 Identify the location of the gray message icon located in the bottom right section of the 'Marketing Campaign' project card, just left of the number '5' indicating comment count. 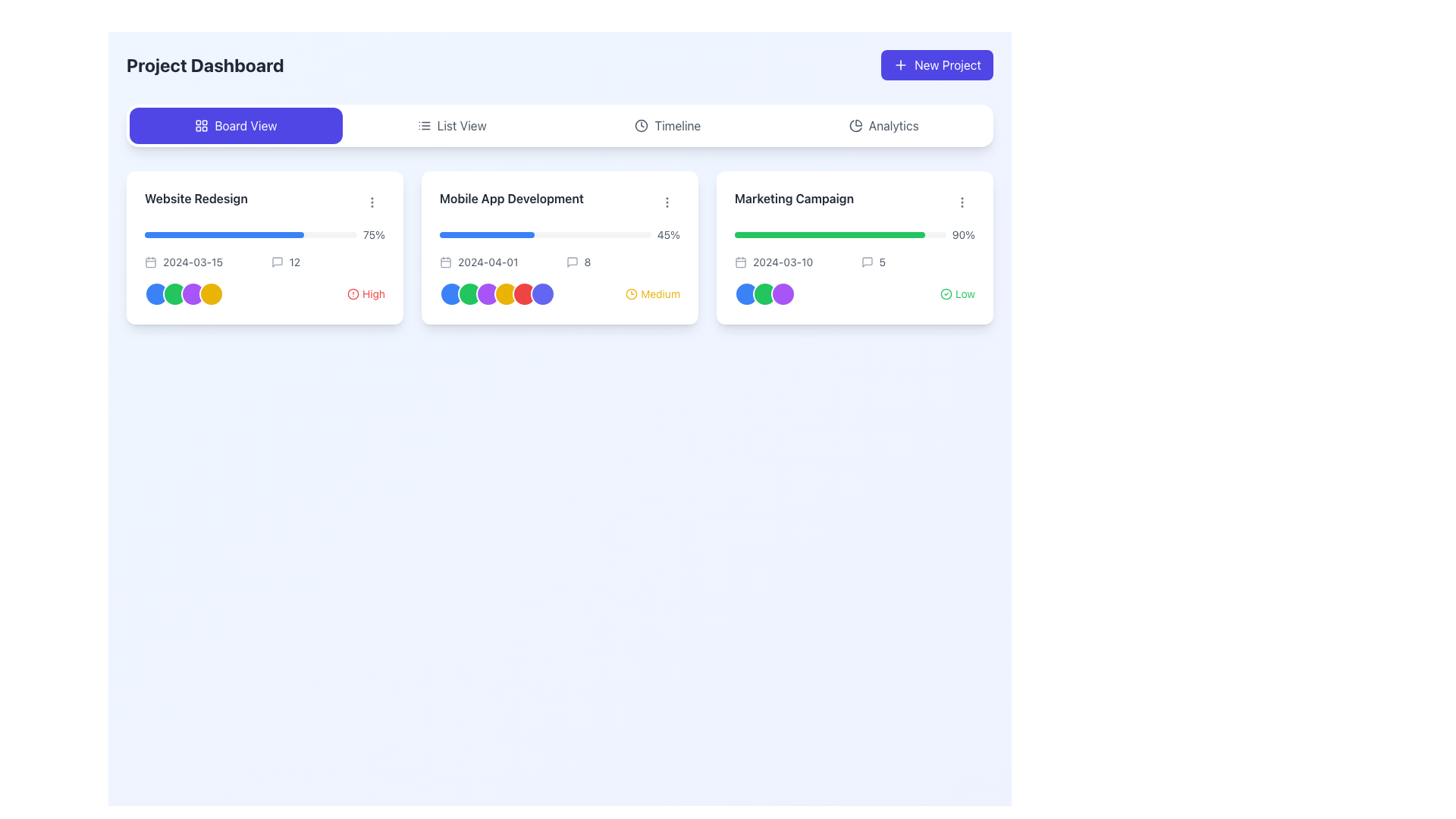
(867, 262).